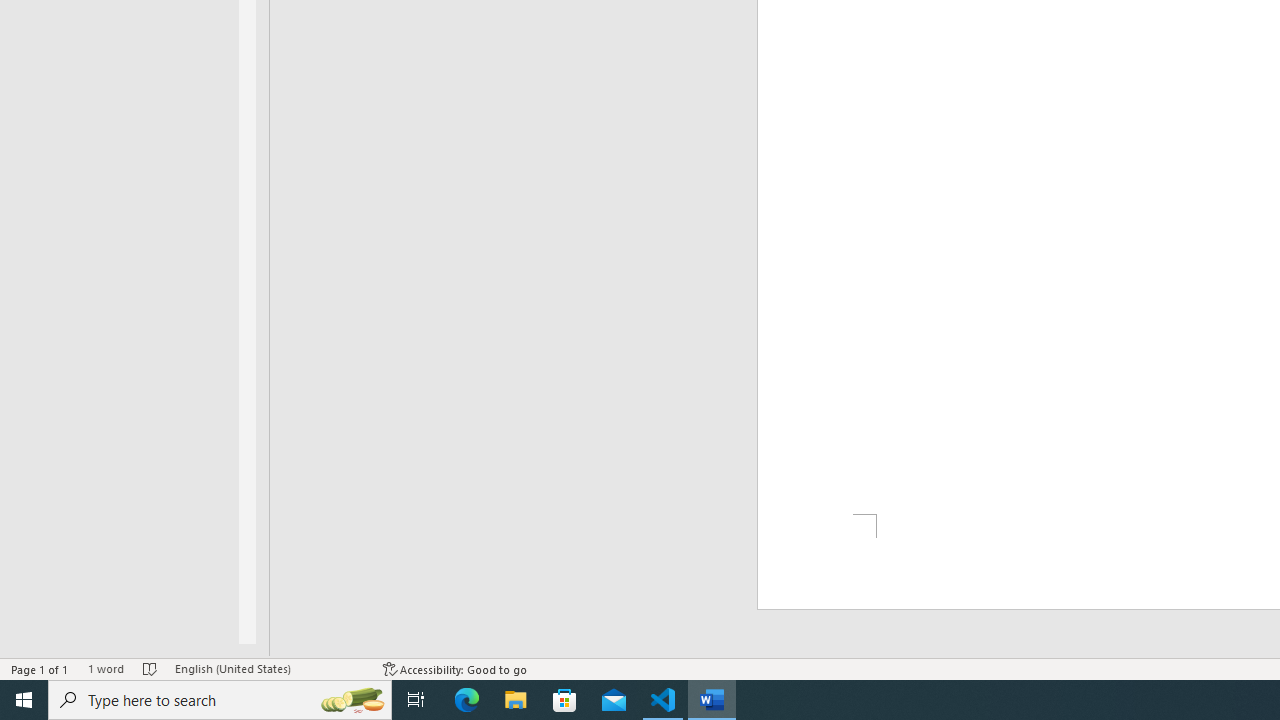 The image size is (1280, 720). I want to click on 'Accessibility Checker Accessibility: Good to go', so click(454, 669).